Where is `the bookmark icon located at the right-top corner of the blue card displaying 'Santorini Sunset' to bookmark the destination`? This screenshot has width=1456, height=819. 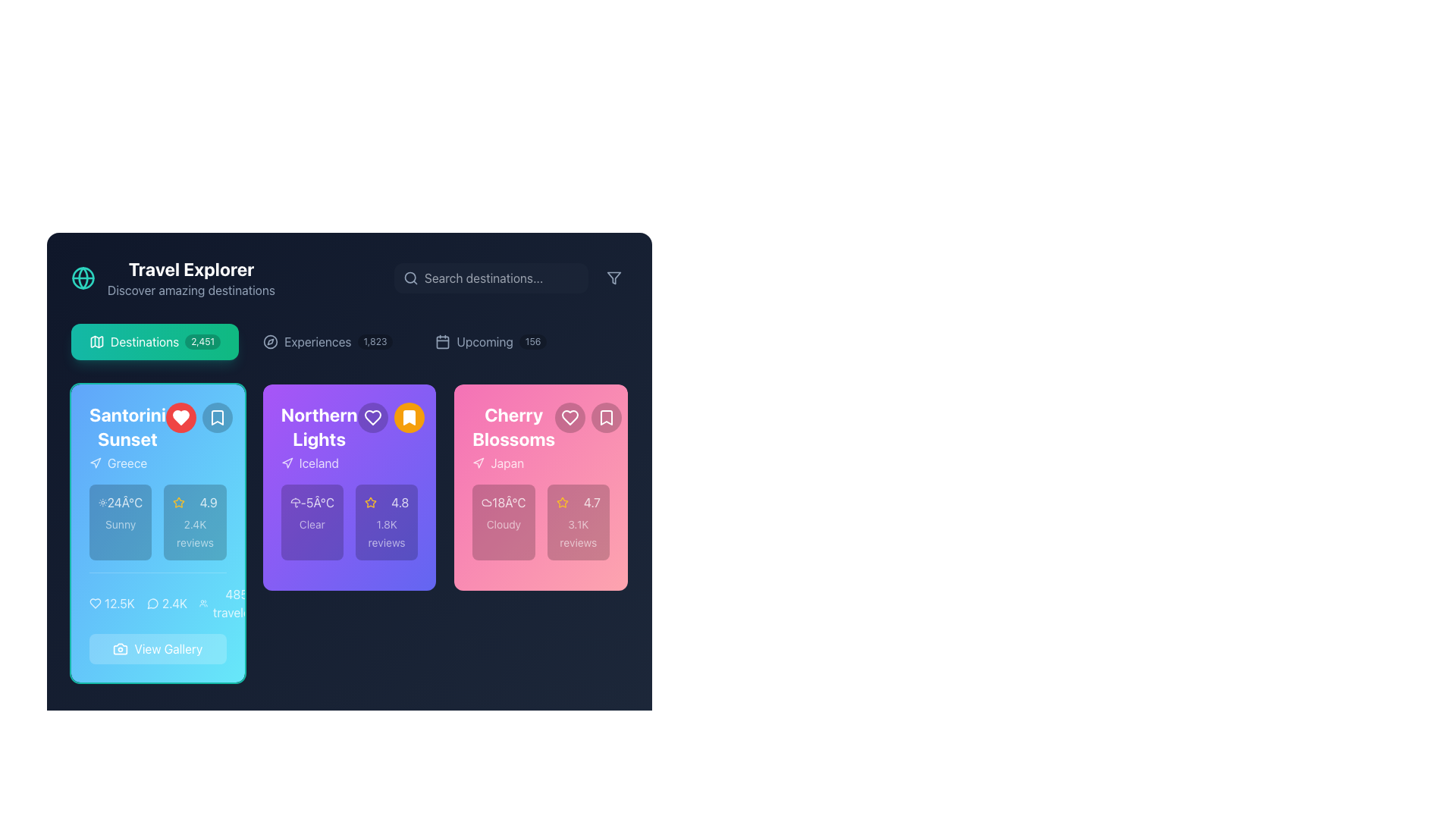
the bookmark icon located at the right-top corner of the blue card displaying 'Santorini Sunset' to bookmark the destination is located at coordinates (216, 418).